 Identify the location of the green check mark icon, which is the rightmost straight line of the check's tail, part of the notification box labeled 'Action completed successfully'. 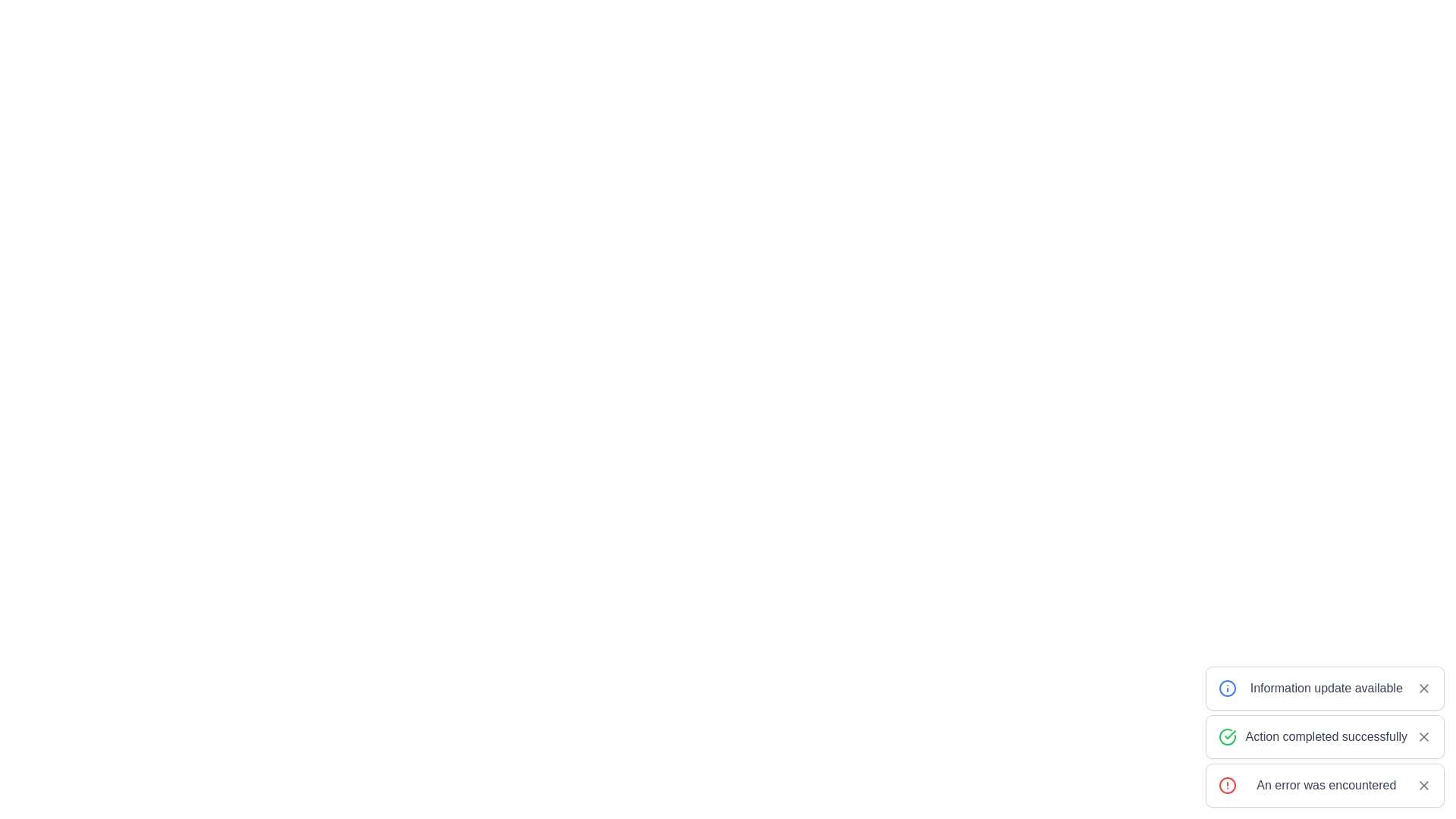
(1230, 733).